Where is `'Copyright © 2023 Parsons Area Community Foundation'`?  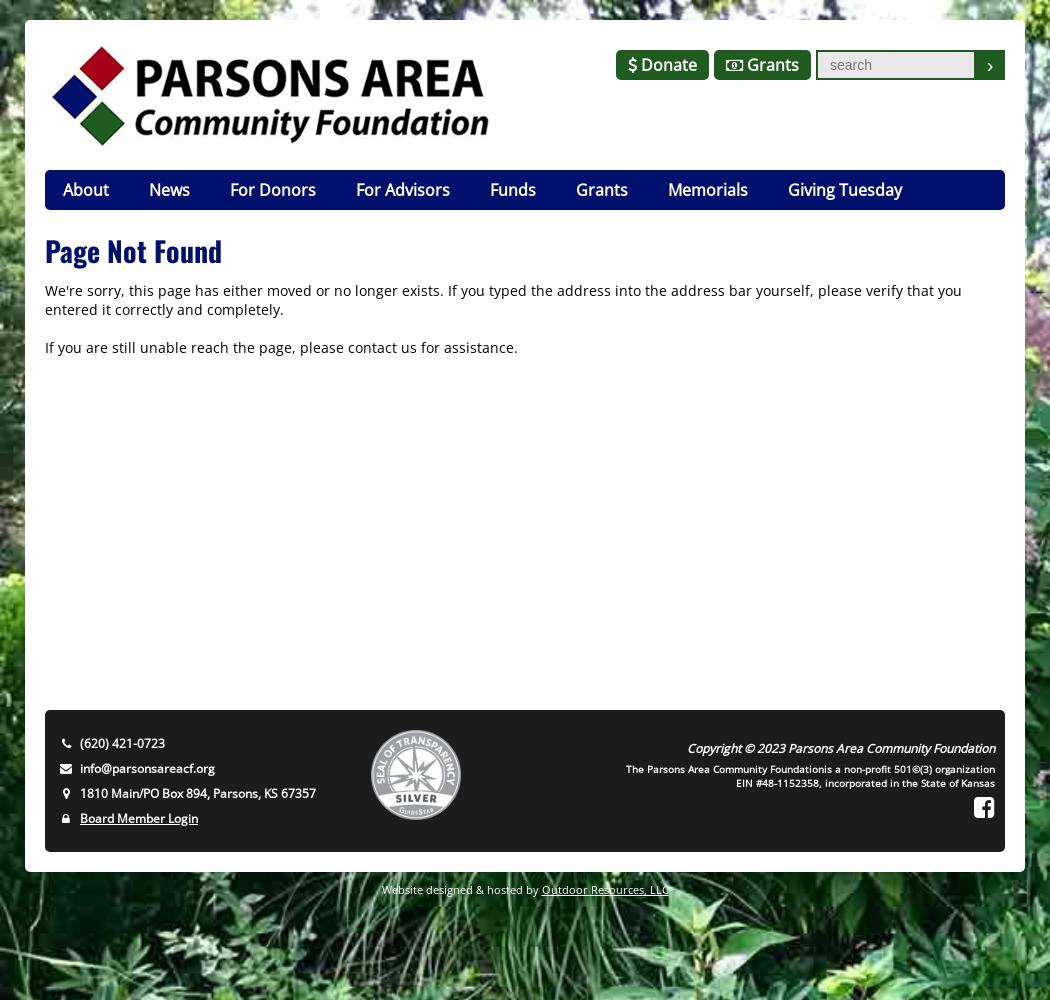 'Copyright © 2023 Parsons Area Community Foundation' is located at coordinates (841, 747).